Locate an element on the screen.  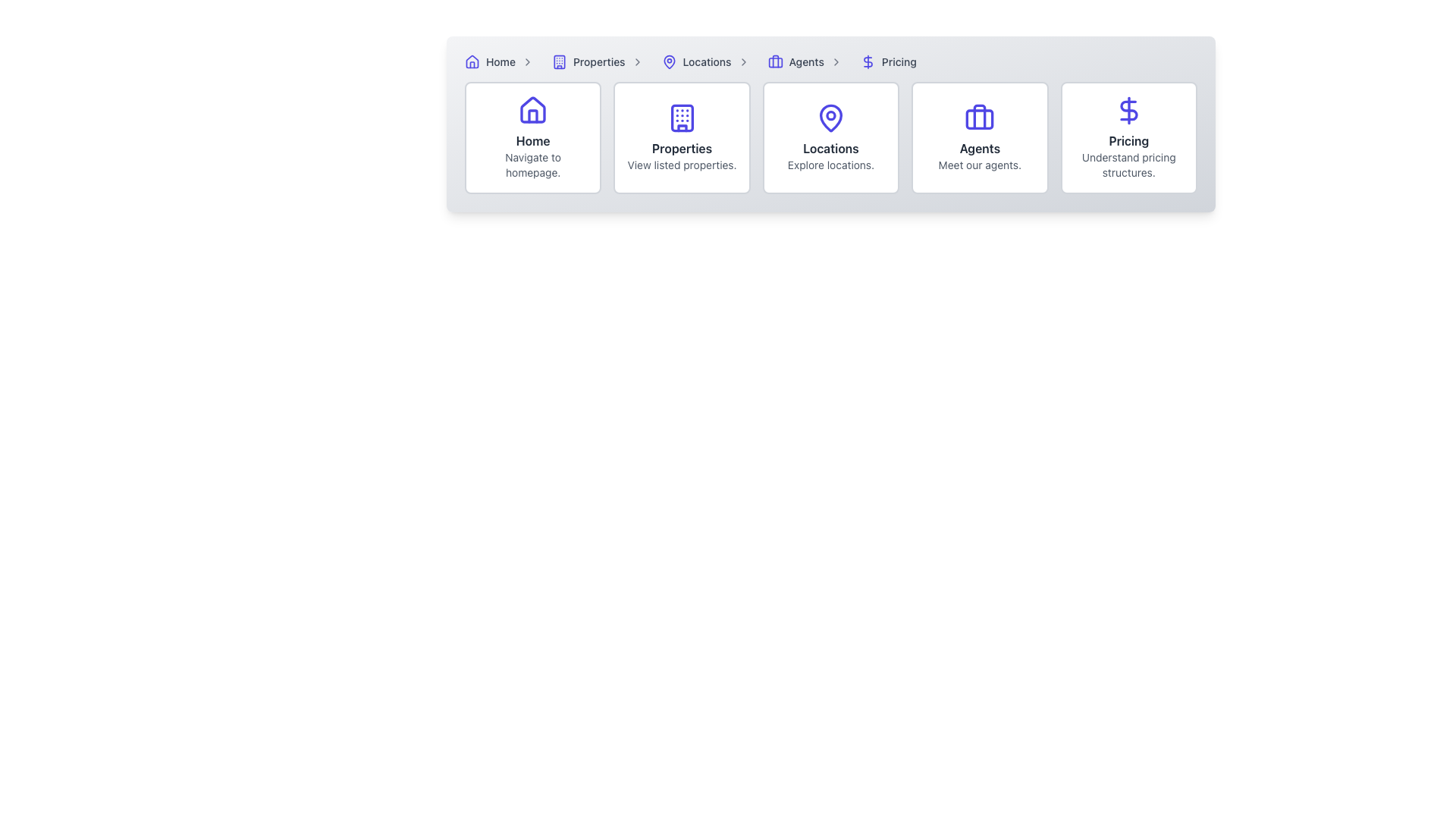
the 'Pricing' navigational link, which is the last item in the breadcrumb navigation bar is located at coordinates (888, 61).